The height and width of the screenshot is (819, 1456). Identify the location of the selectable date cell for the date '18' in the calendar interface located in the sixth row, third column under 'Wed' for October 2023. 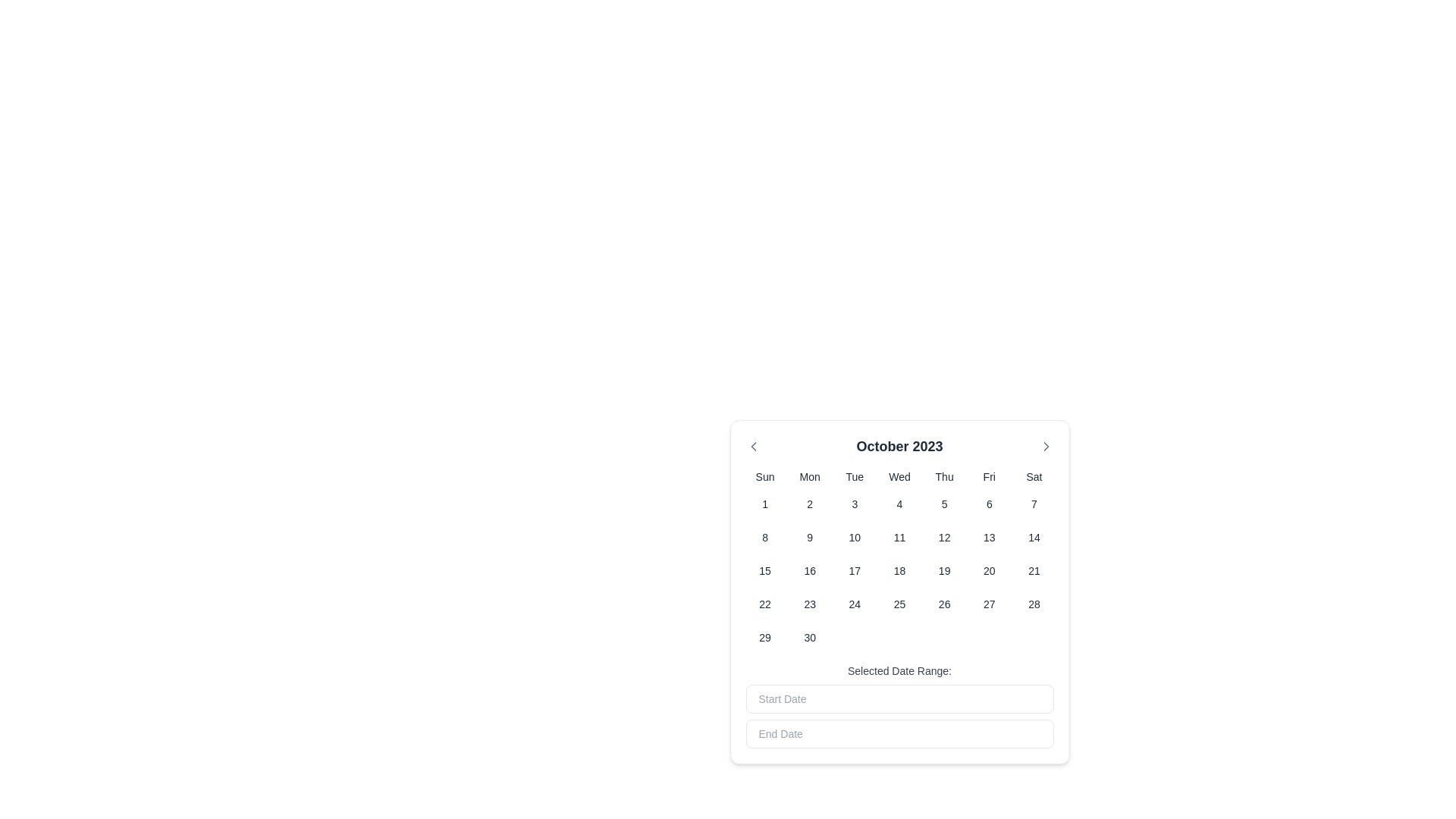
(899, 570).